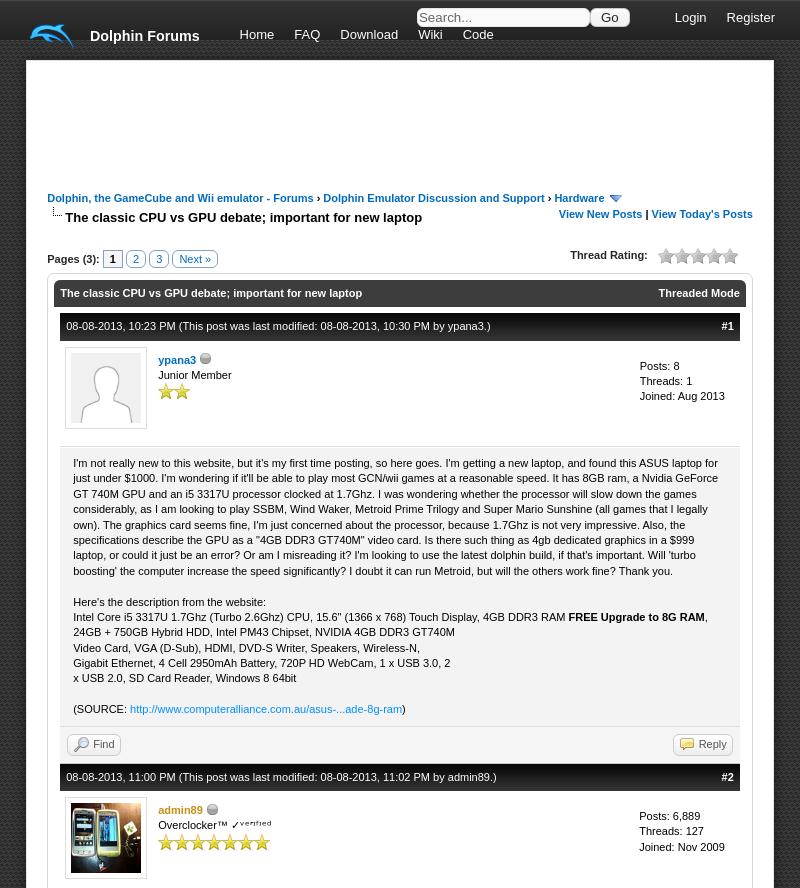  Describe the element at coordinates (645, 212) in the screenshot. I see `'|'` at that location.